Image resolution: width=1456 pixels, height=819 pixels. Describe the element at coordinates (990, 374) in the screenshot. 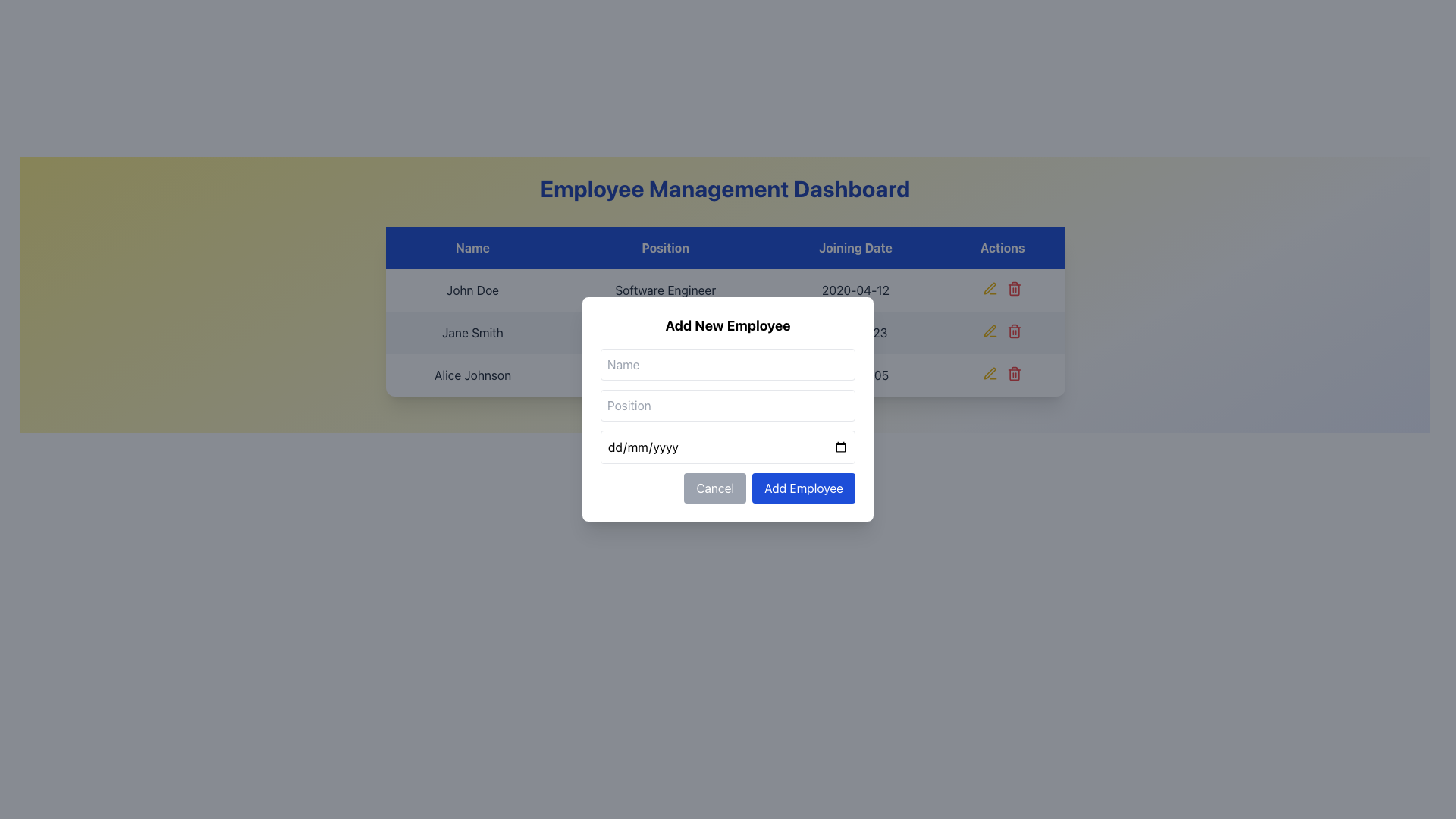

I see `the pen icon located in the middle row of the Actions column to initiate the edit mode` at that location.